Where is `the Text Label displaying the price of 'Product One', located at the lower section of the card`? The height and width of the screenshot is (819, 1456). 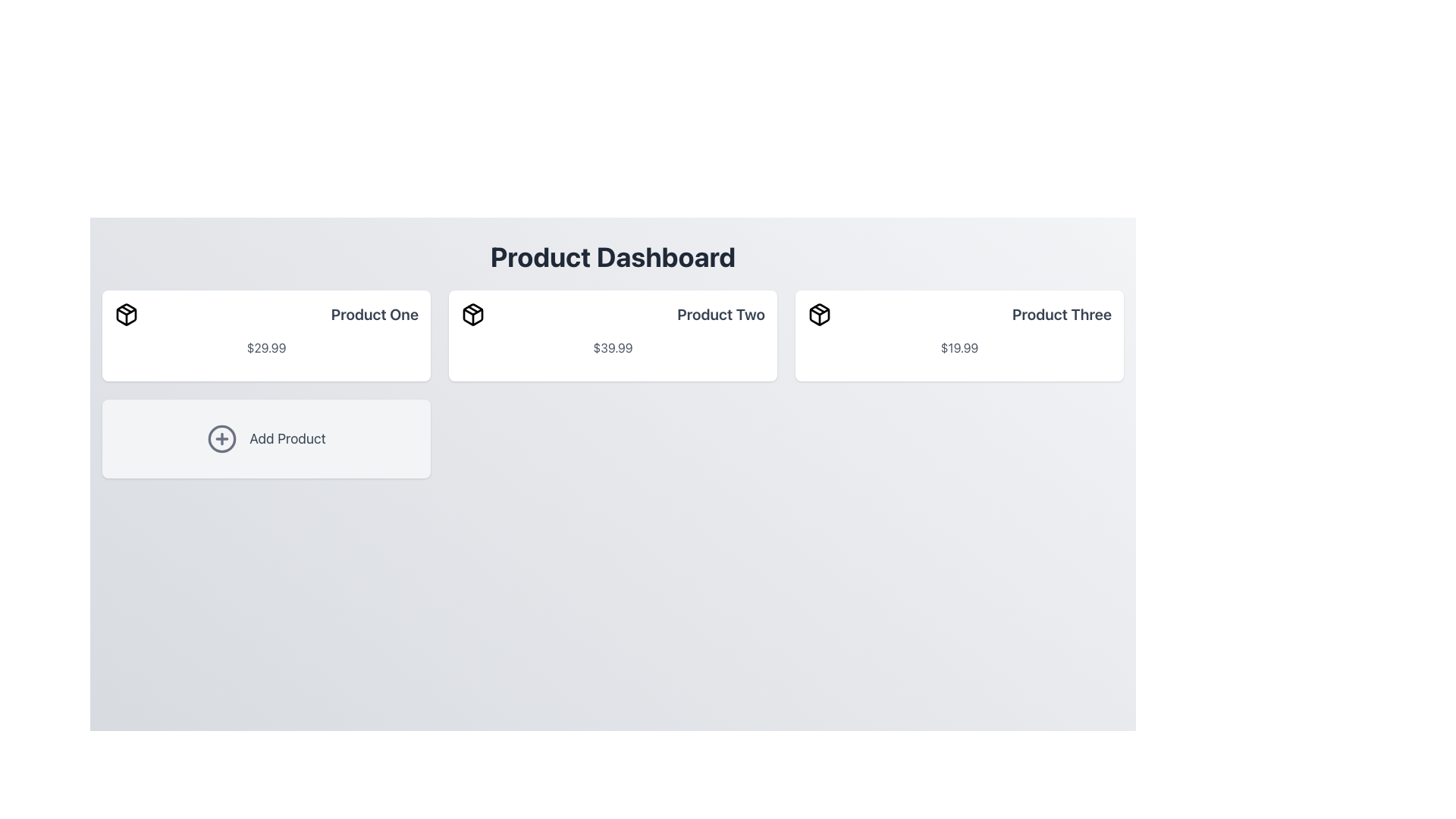
the Text Label displaying the price of 'Product One', located at the lower section of the card is located at coordinates (266, 348).